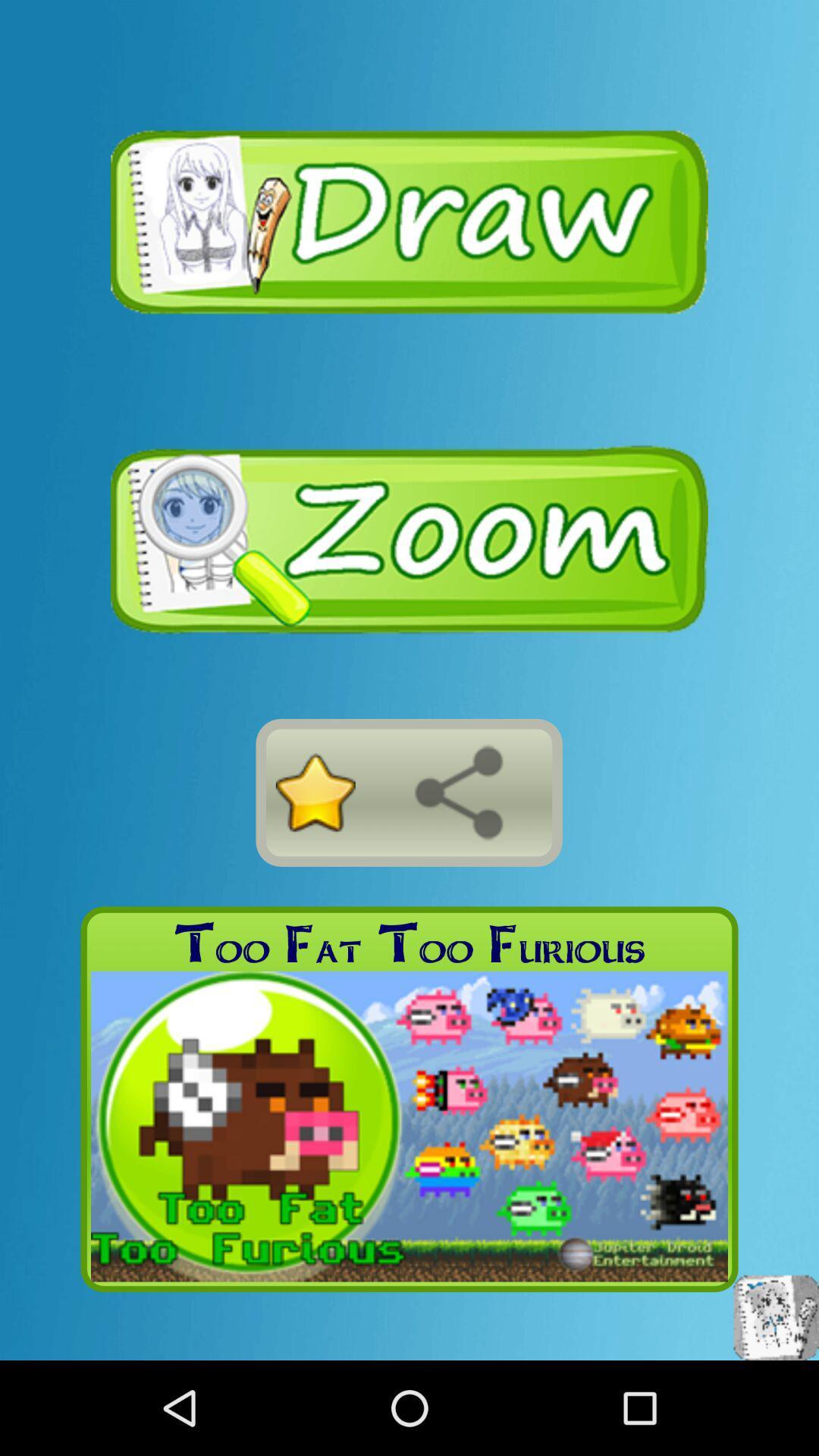  Describe the element at coordinates (458, 792) in the screenshot. I see `share` at that location.